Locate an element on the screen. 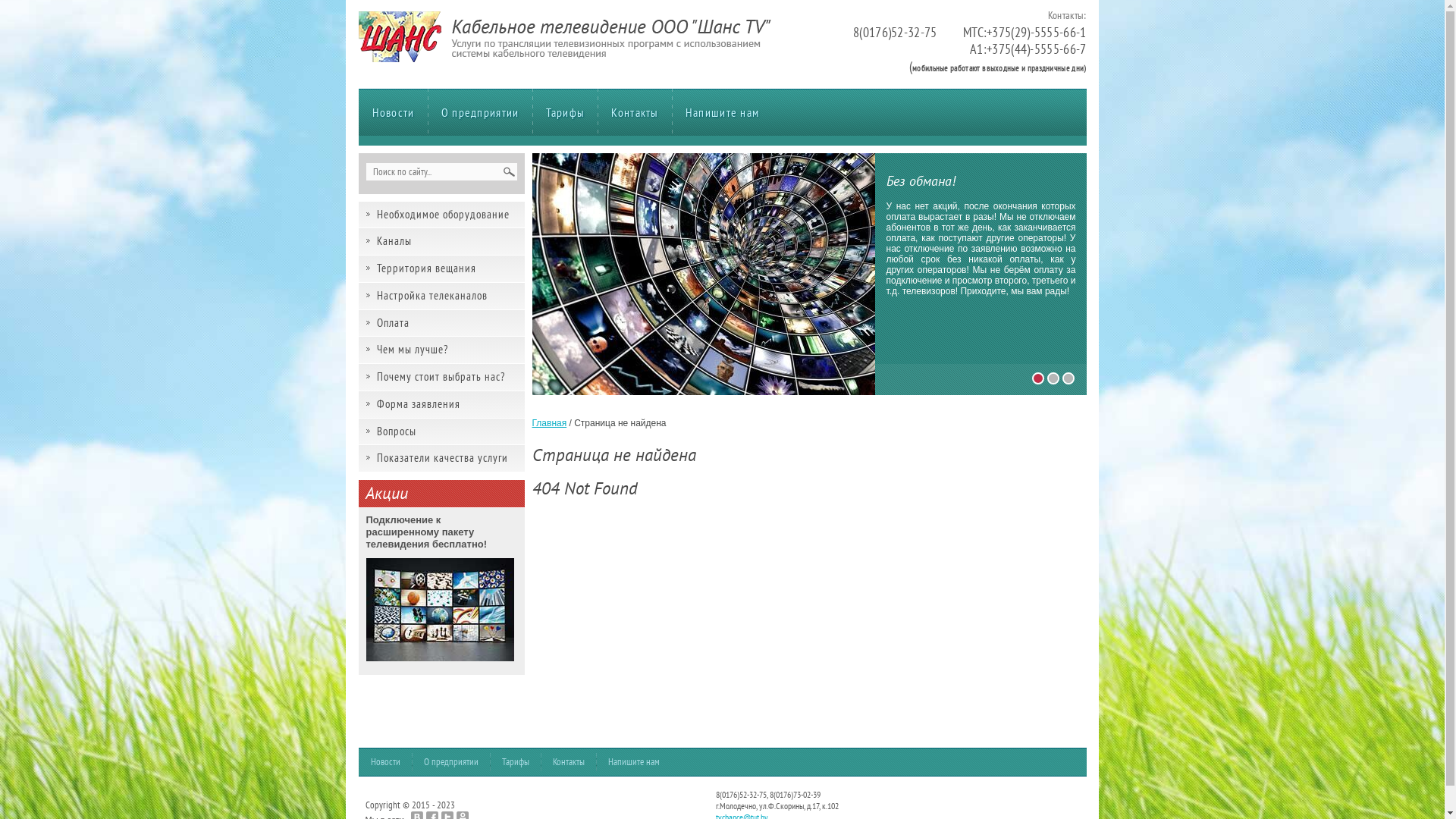 The image size is (1456, 819). '3' is located at coordinates (1068, 377).